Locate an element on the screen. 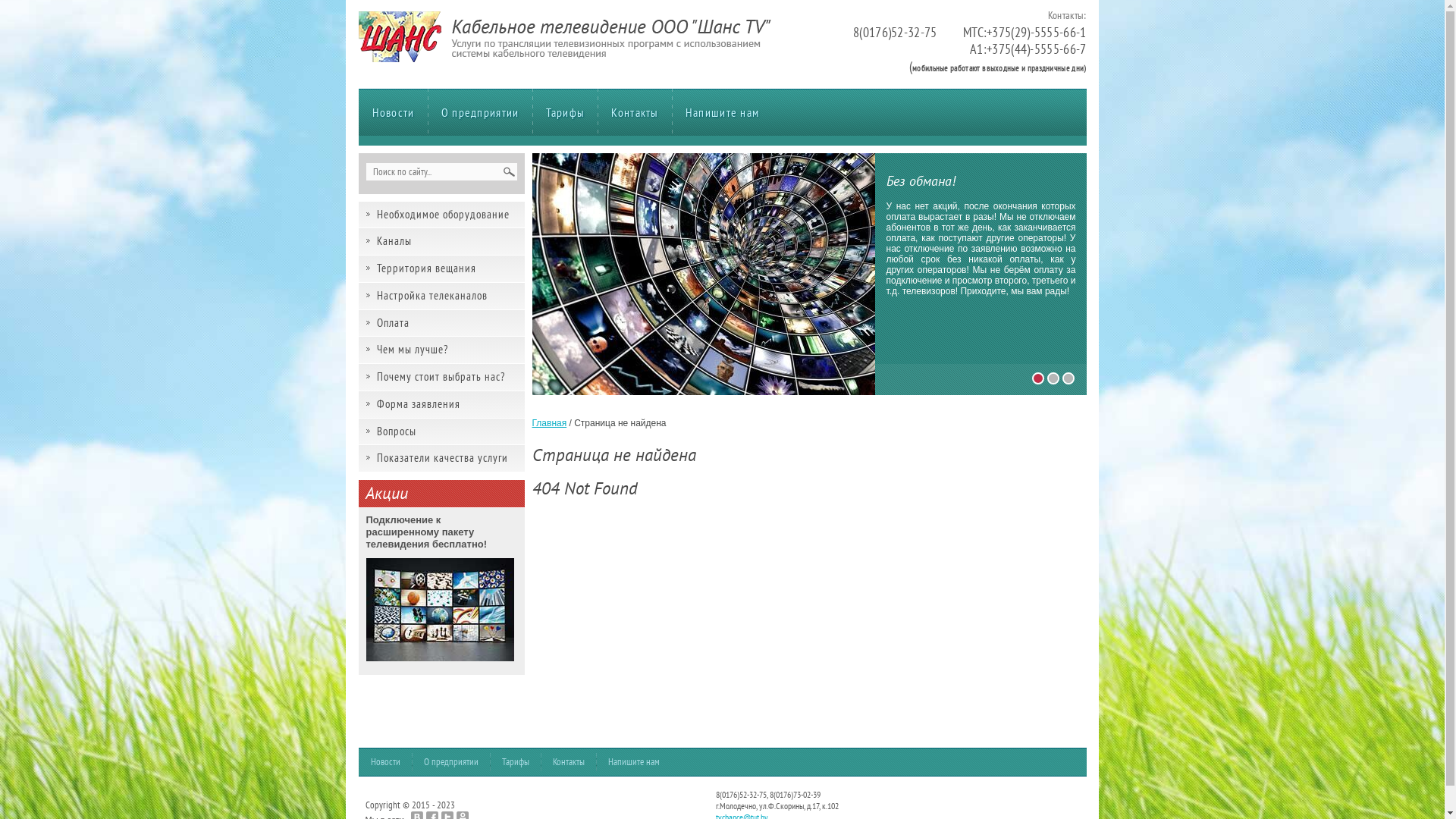 The image size is (1456, 819). '3' is located at coordinates (1068, 377).